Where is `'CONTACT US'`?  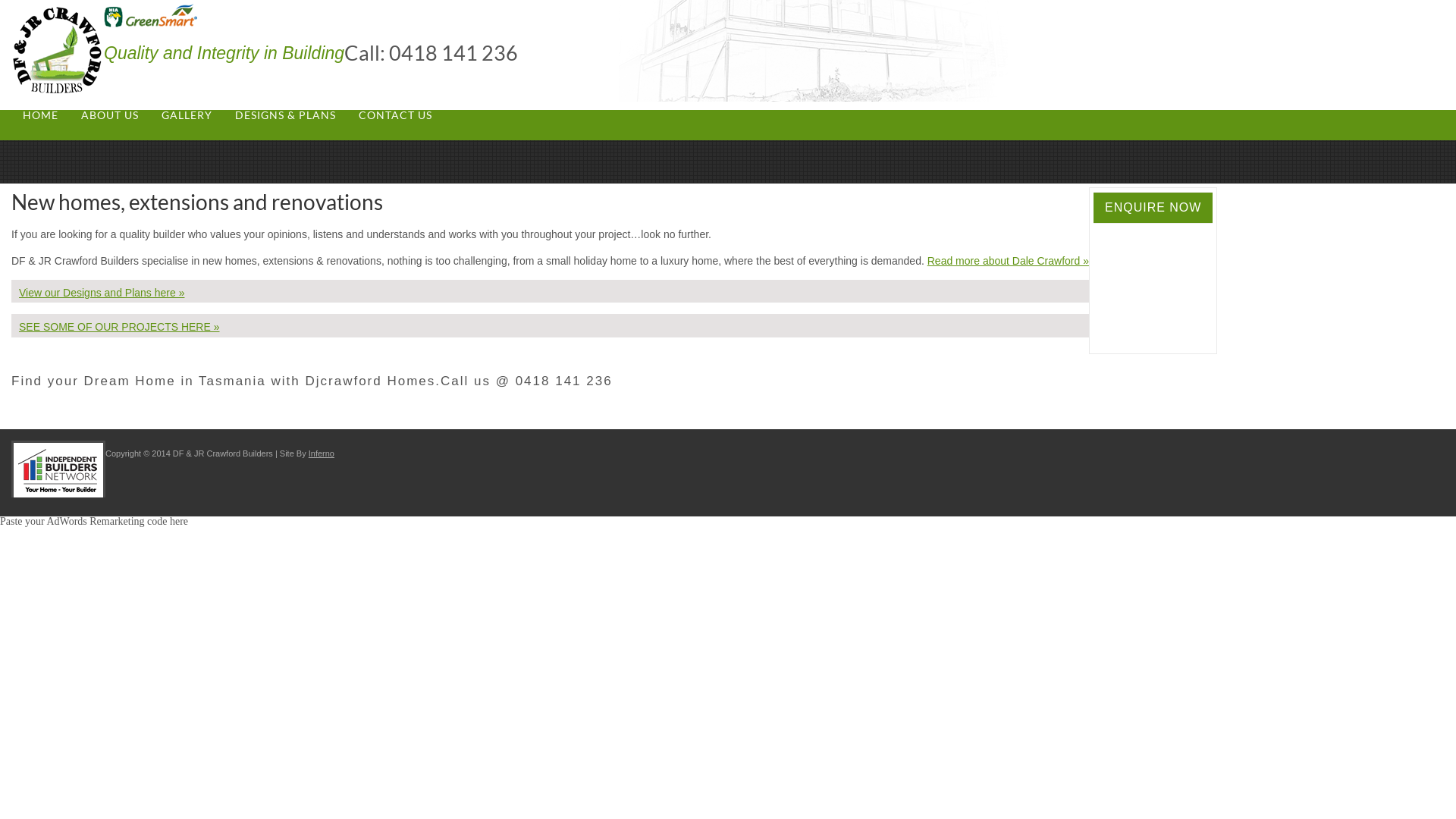
'CONTACT US' is located at coordinates (395, 114).